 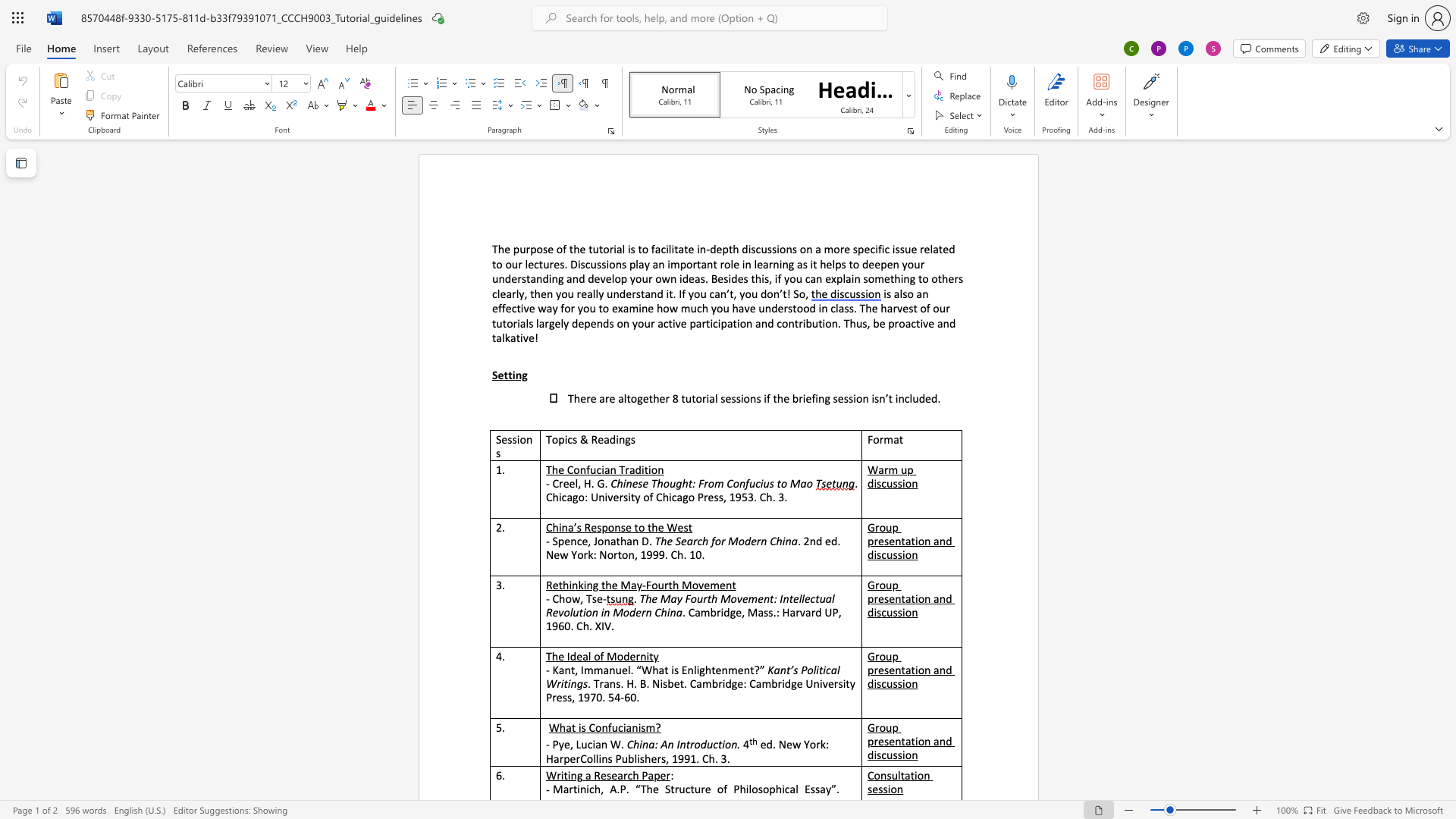 What do you see at coordinates (924, 397) in the screenshot?
I see `the space between the continuous character "d" and "e" in the text` at bounding box center [924, 397].